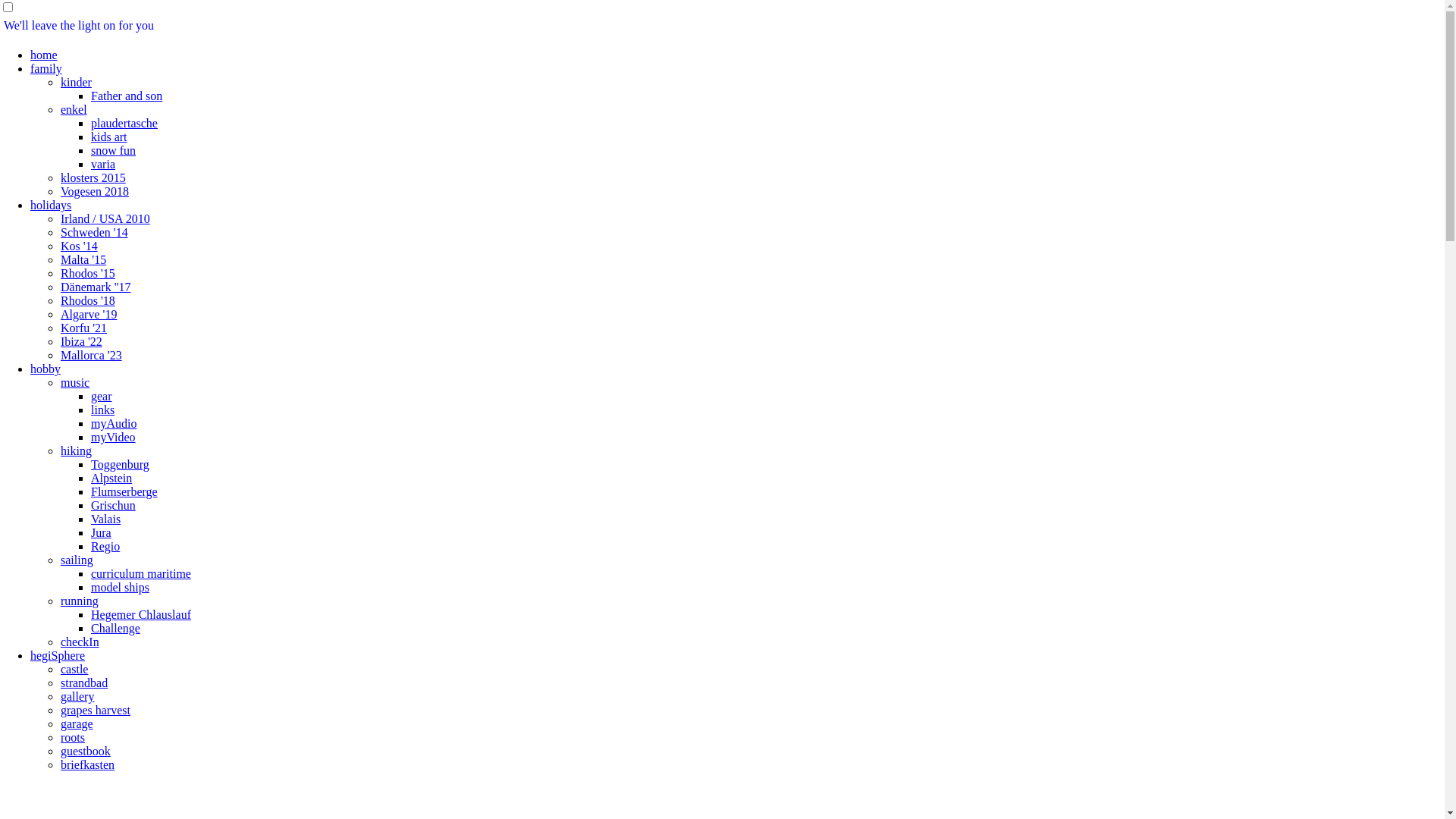  Describe the element at coordinates (78, 245) in the screenshot. I see `'Kos '14'` at that location.